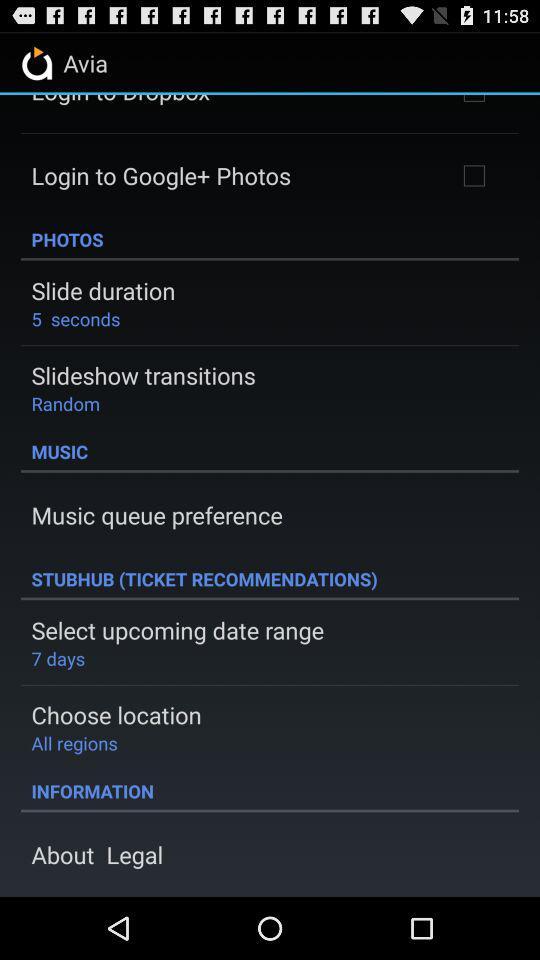 The image size is (540, 960). I want to click on the item below the stubhub (ticket recommendations) item, so click(177, 629).